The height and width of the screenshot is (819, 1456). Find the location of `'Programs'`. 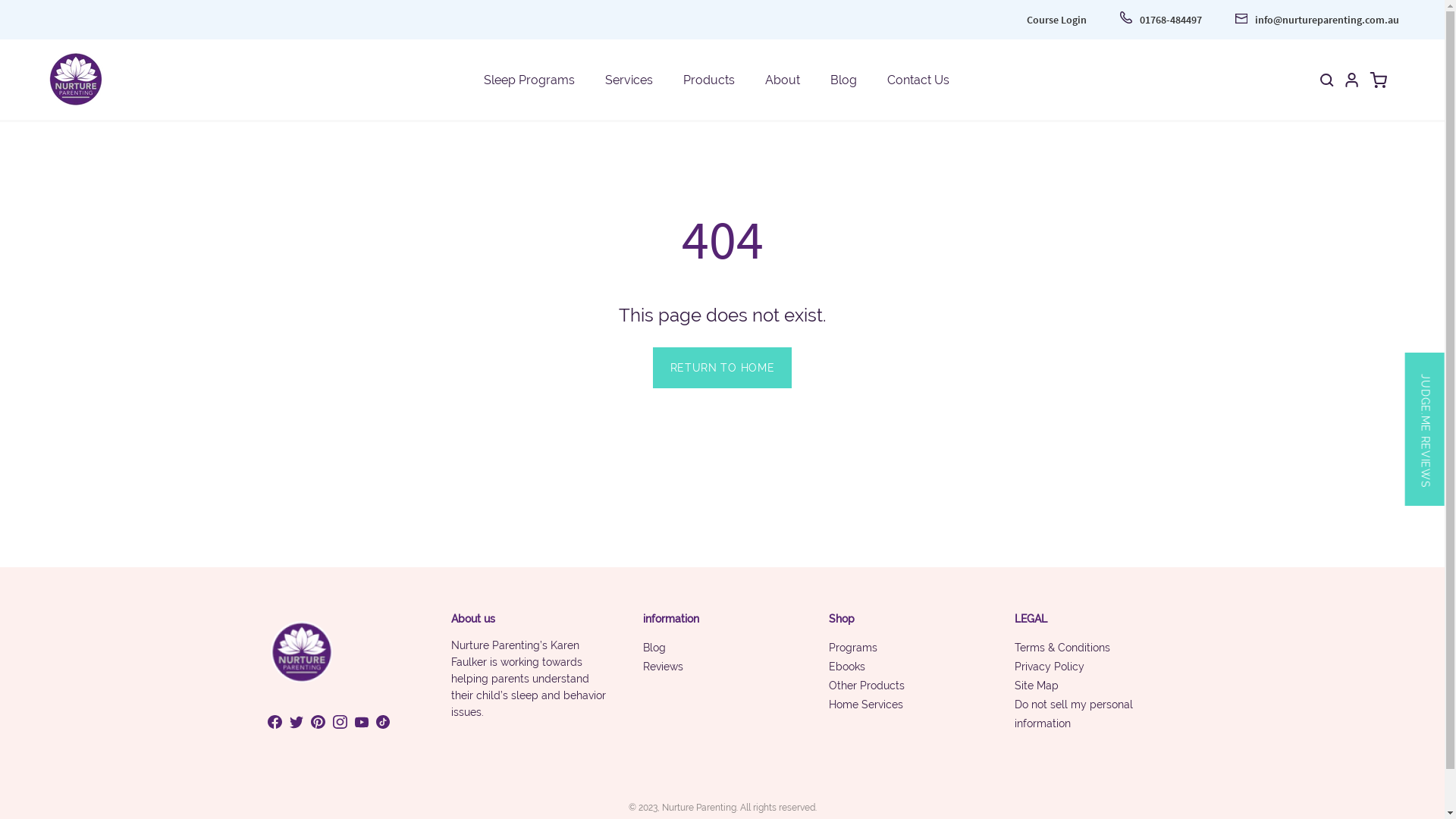

'Programs' is located at coordinates (852, 647).